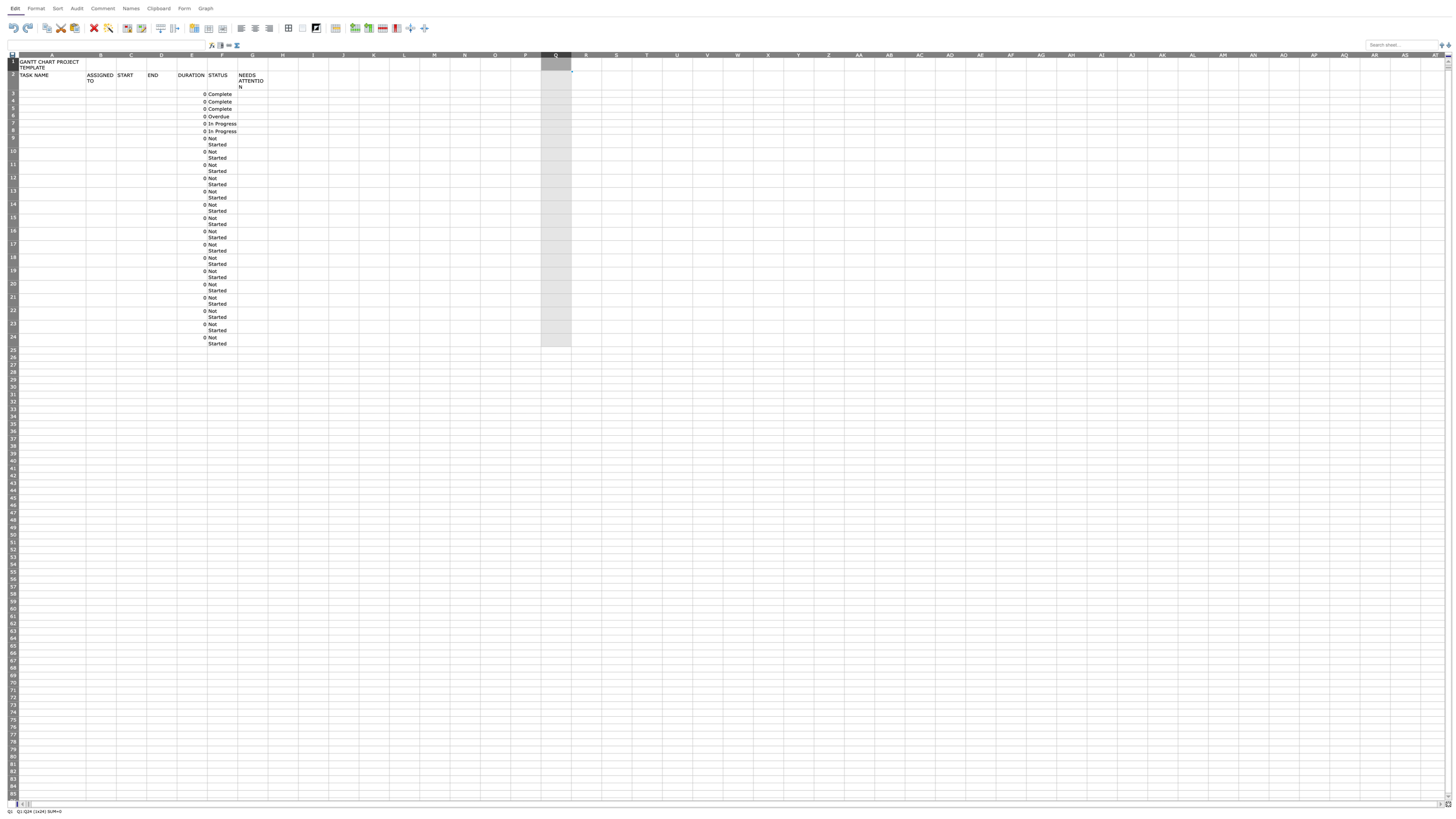 The height and width of the screenshot is (819, 1456). I want to click on the right edge of column V to resize, so click(722, 54).